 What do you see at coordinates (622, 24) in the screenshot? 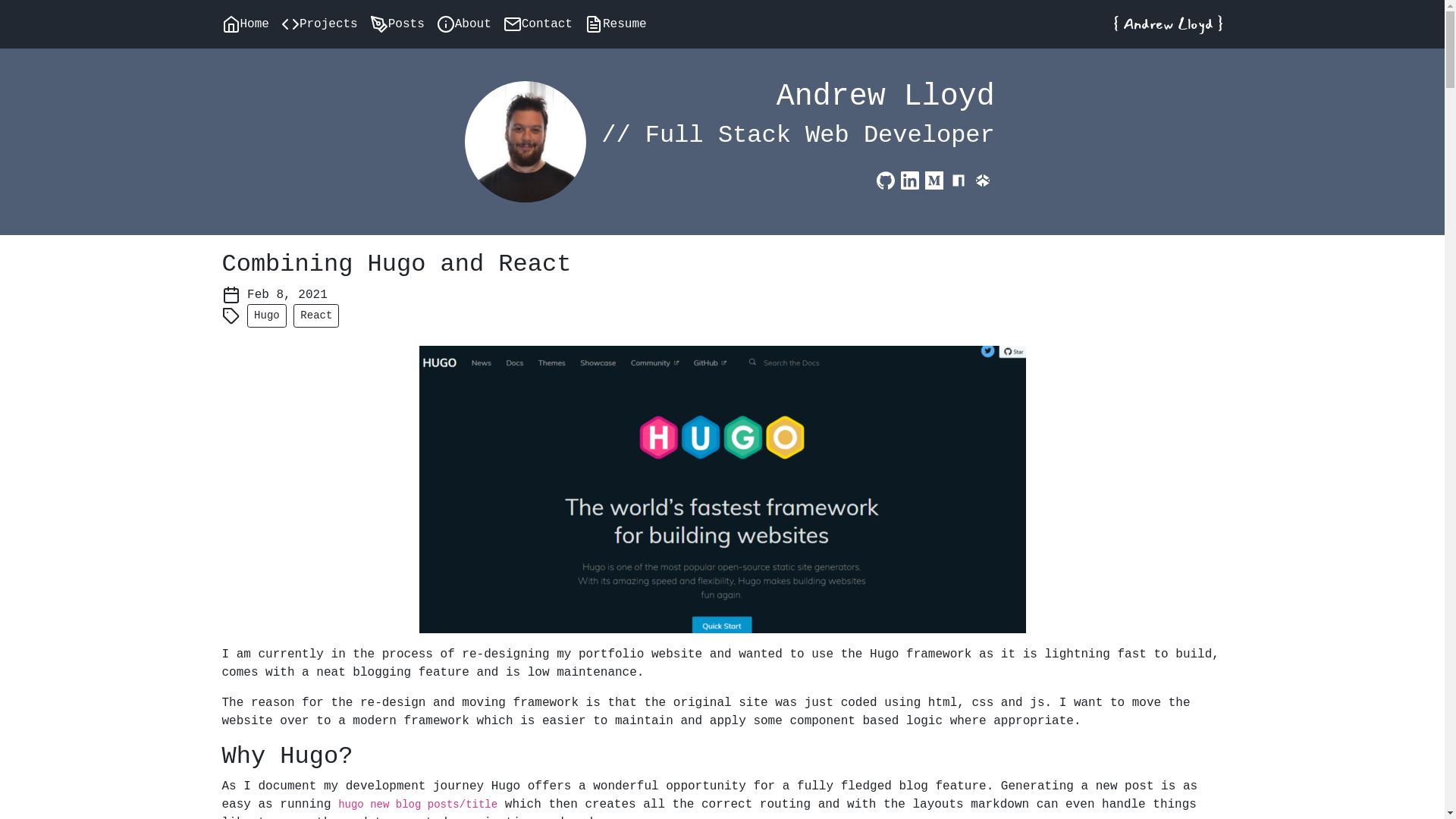
I see `'Resume'` at bounding box center [622, 24].